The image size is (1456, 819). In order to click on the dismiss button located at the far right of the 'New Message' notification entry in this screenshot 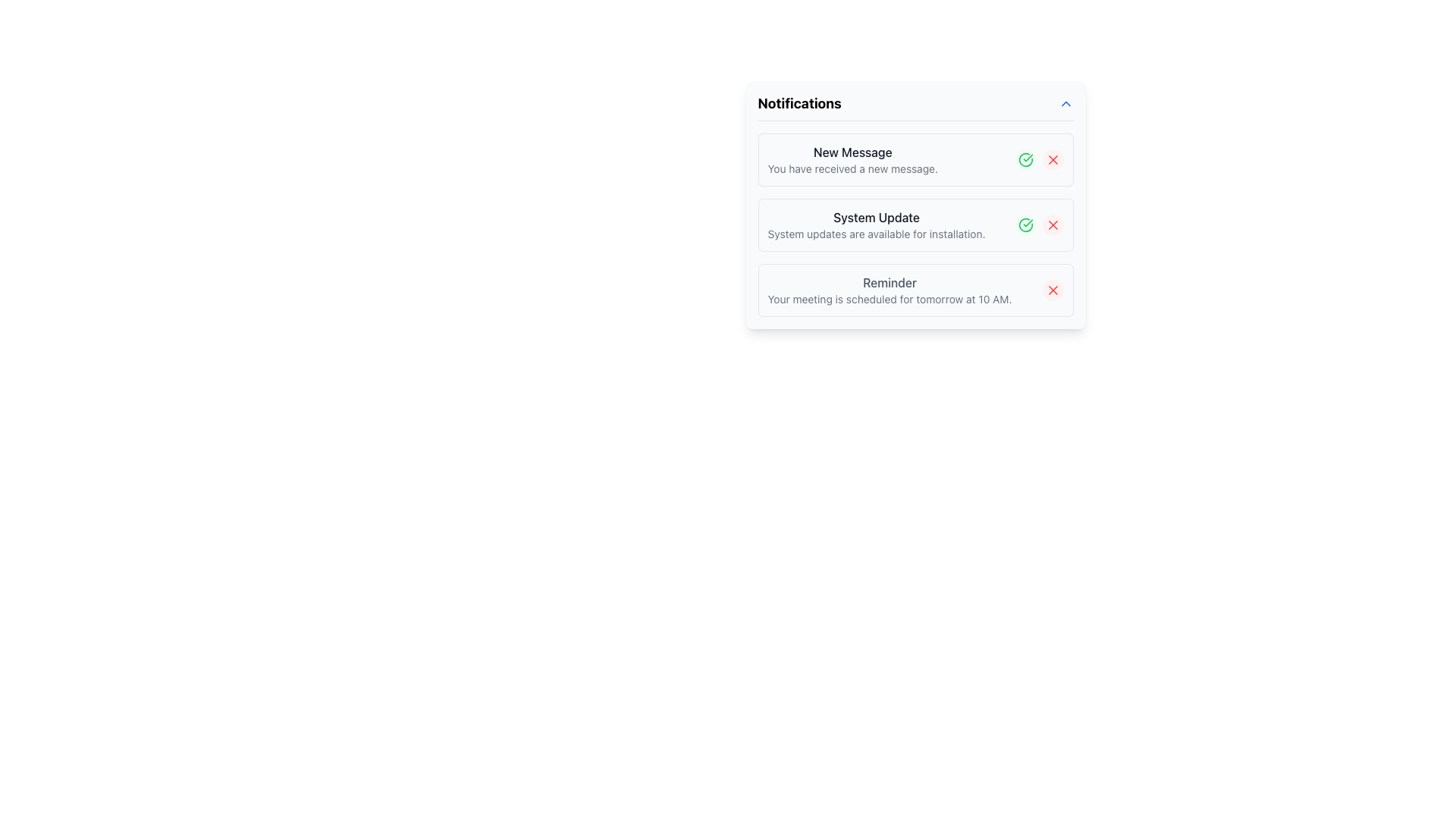, I will do `click(1052, 160)`.